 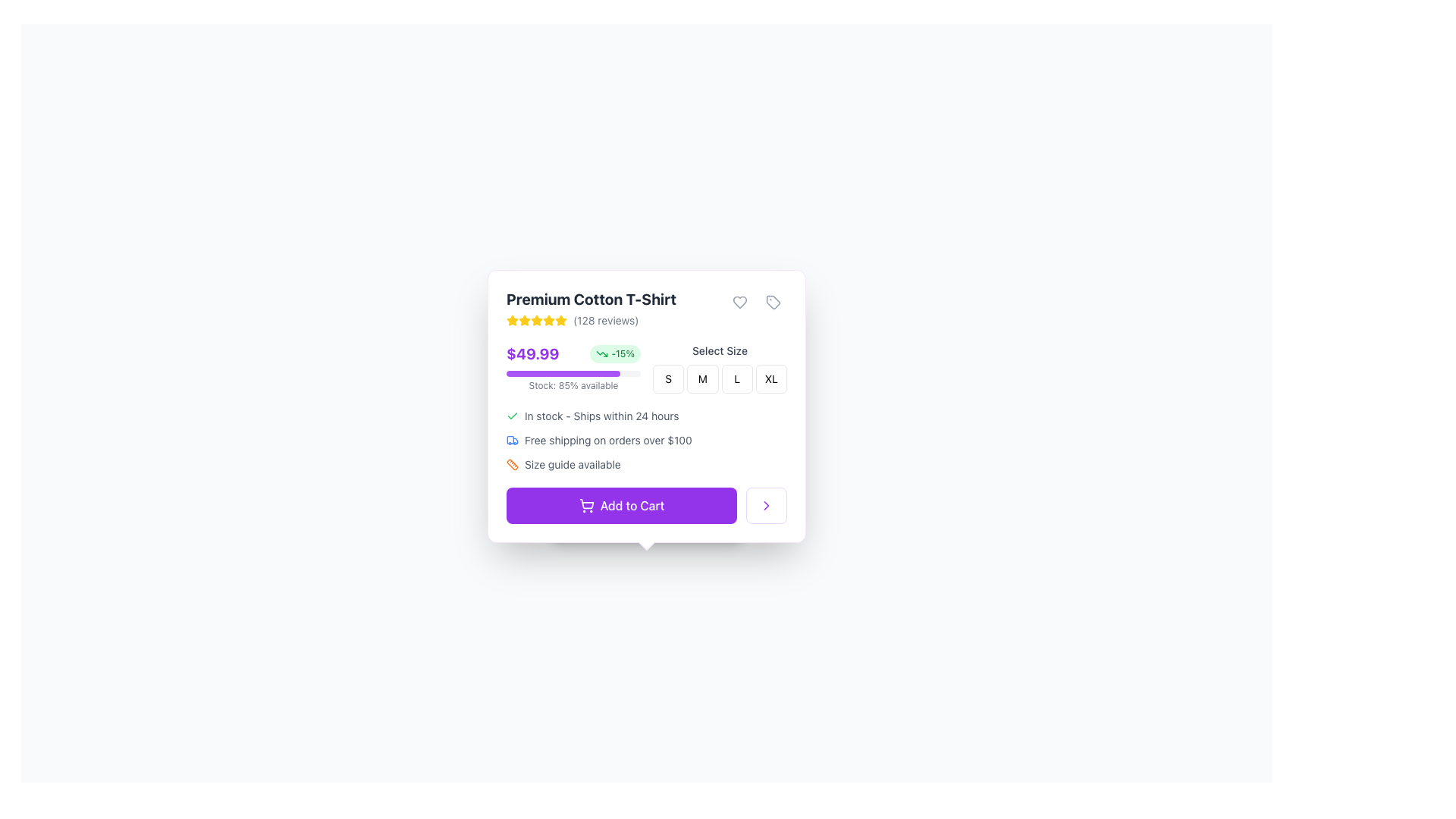 I want to click on the tag-shaped icon located in the top right corner of the product information UI card, so click(x=773, y=302).